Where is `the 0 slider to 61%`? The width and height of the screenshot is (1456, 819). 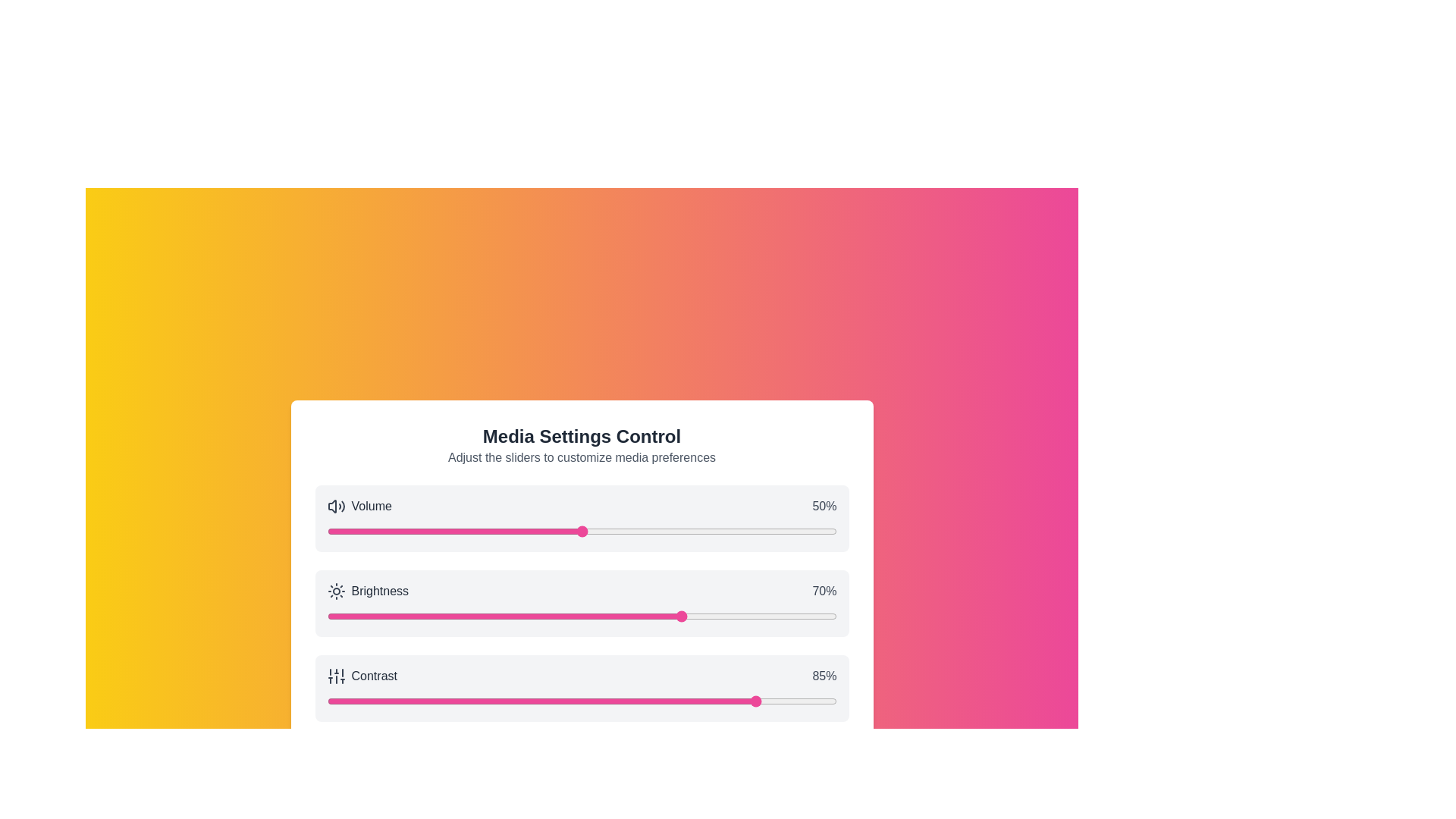
the 0 slider to 61% is located at coordinates (638, 531).